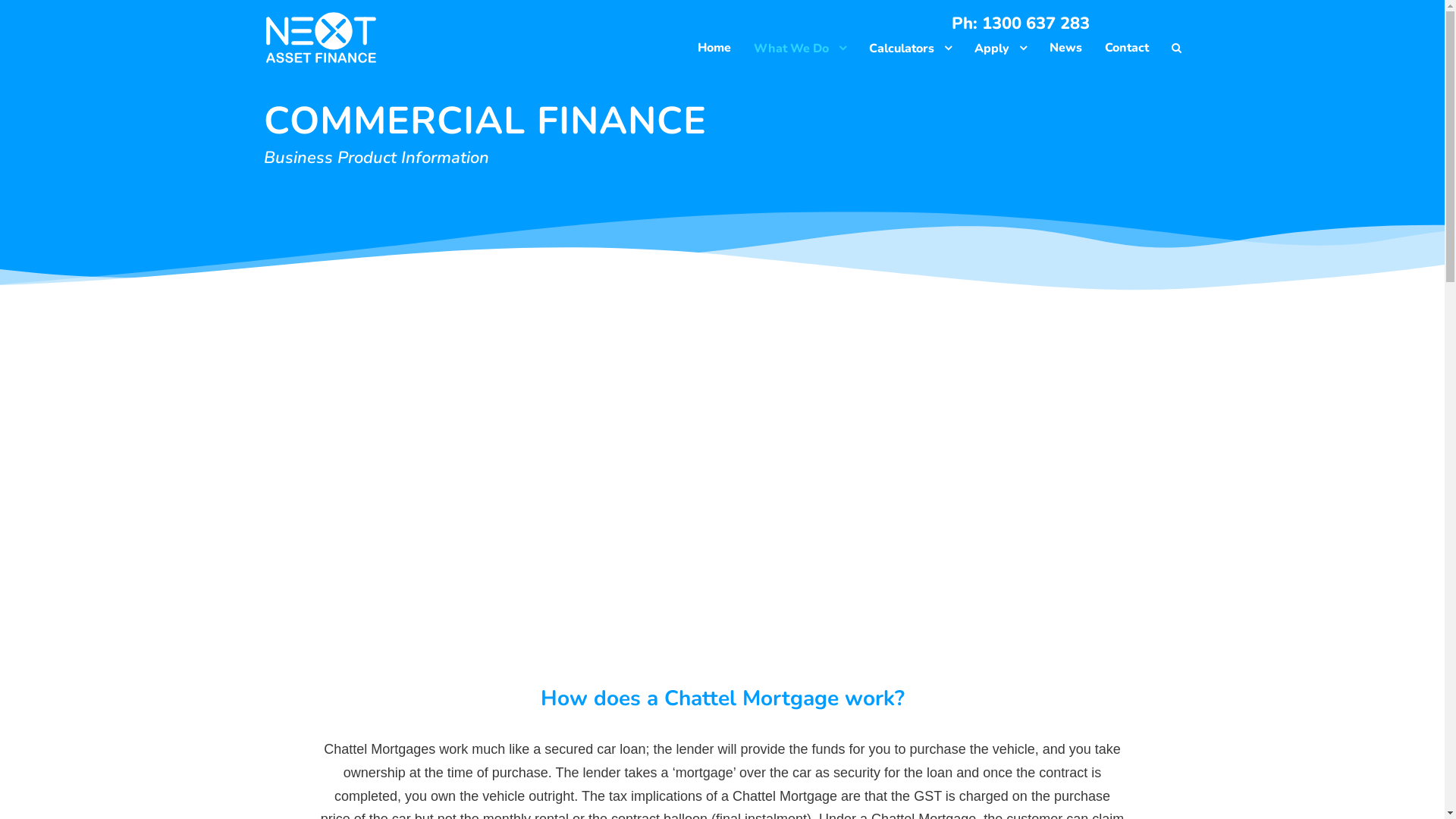 The height and width of the screenshot is (819, 1456). What do you see at coordinates (799, 52) in the screenshot?
I see `'What We Do'` at bounding box center [799, 52].